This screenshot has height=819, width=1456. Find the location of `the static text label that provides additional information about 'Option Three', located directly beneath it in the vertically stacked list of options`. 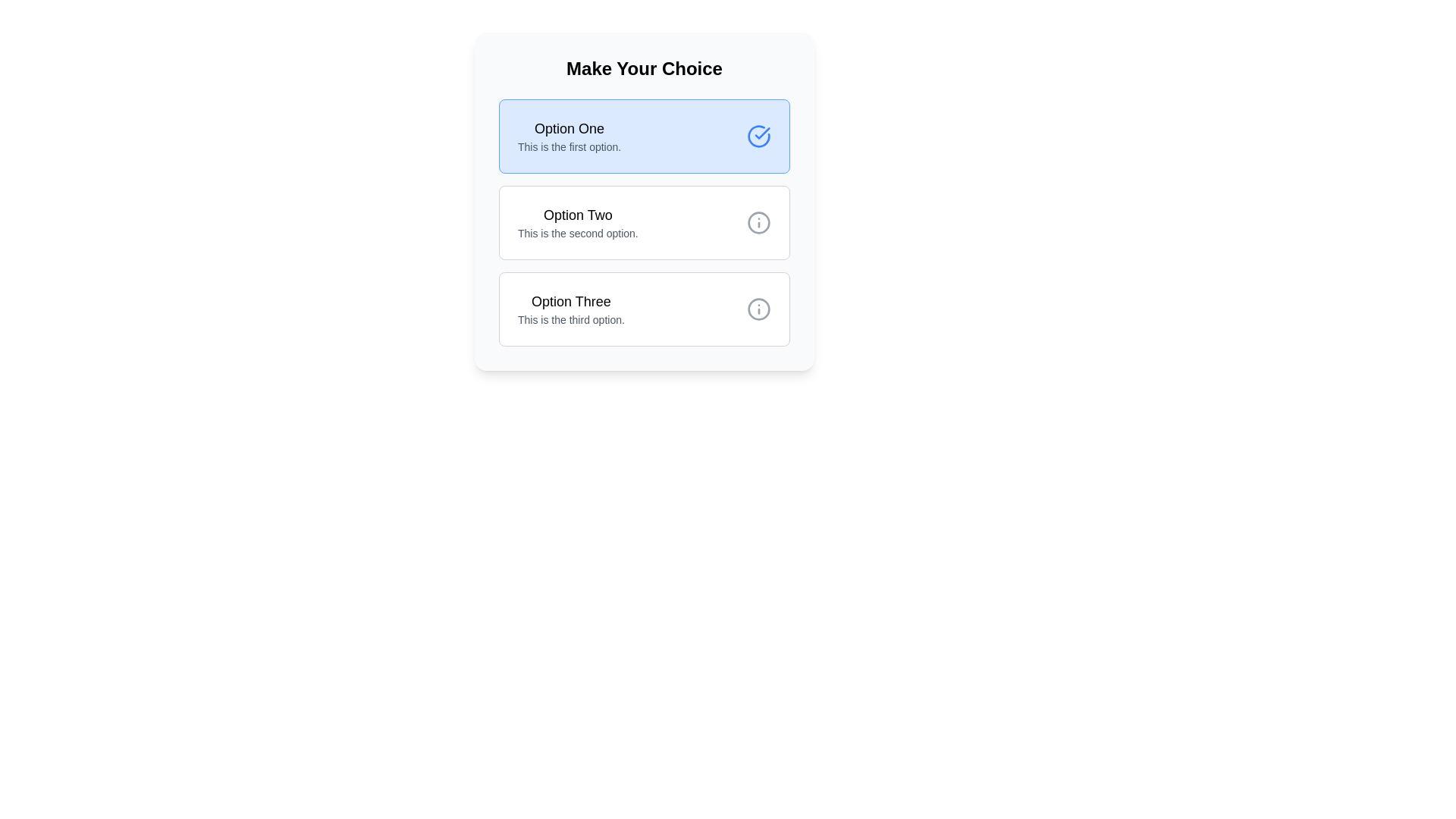

the static text label that provides additional information about 'Option Three', located directly beneath it in the vertically stacked list of options is located at coordinates (570, 318).